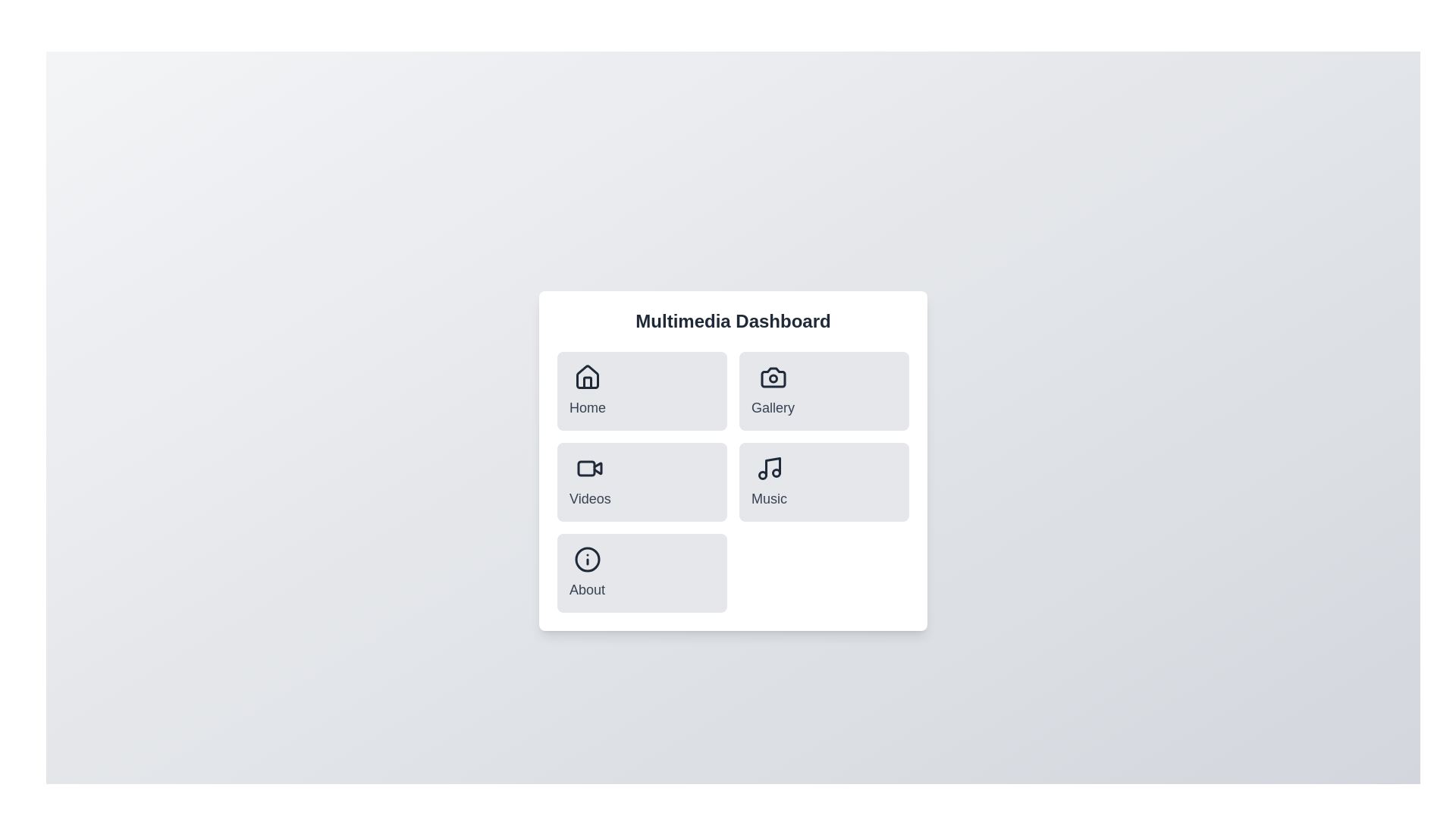 This screenshot has height=819, width=1456. What do you see at coordinates (588, 482) in the screenshot?
I see `the menu item labeled Videos to display its description` at bounding box center [588, 482].